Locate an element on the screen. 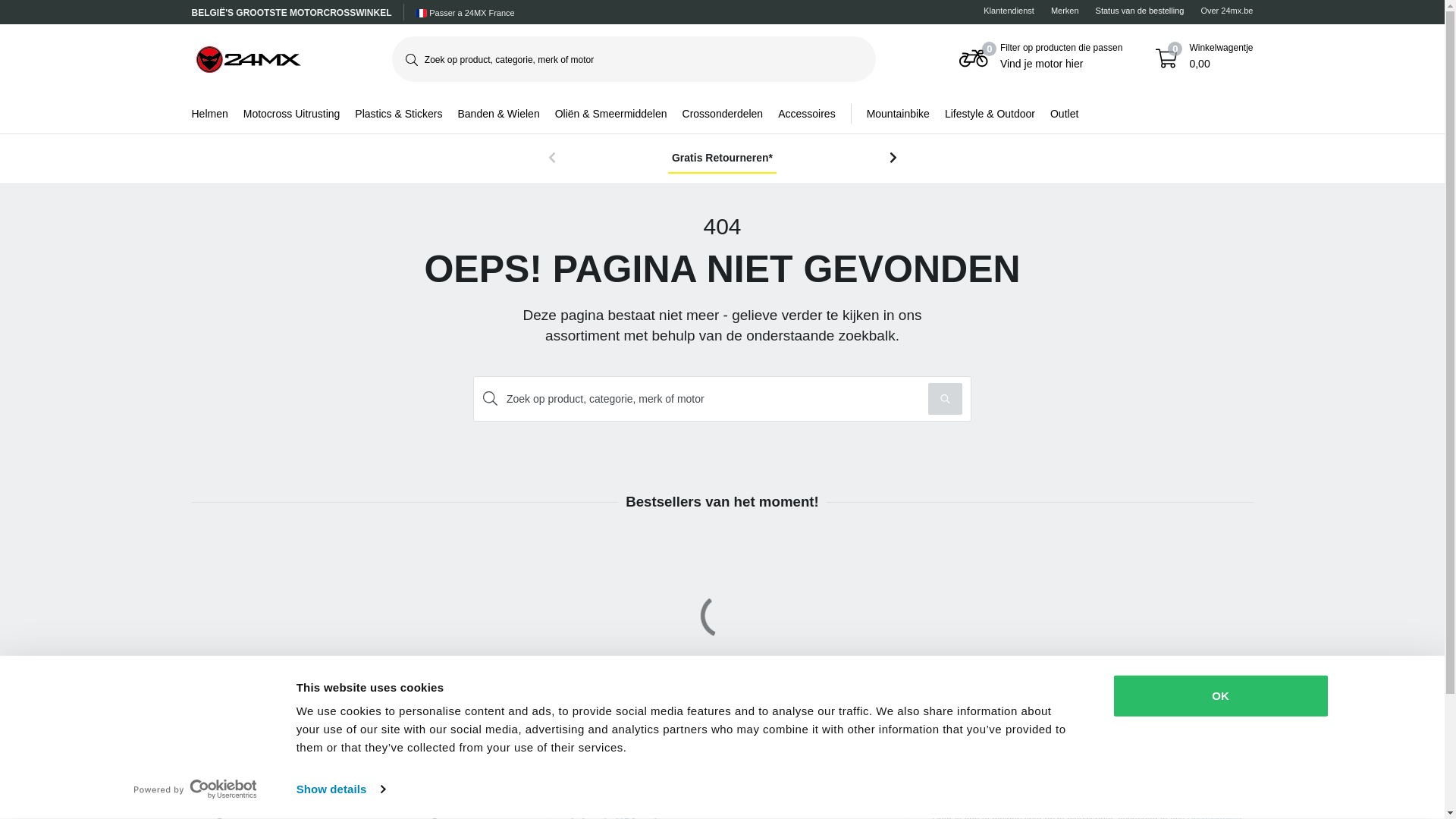 The height and width of the screenshot is (819, 1456). 'Accessoires' is located at coordinates (805, 113).